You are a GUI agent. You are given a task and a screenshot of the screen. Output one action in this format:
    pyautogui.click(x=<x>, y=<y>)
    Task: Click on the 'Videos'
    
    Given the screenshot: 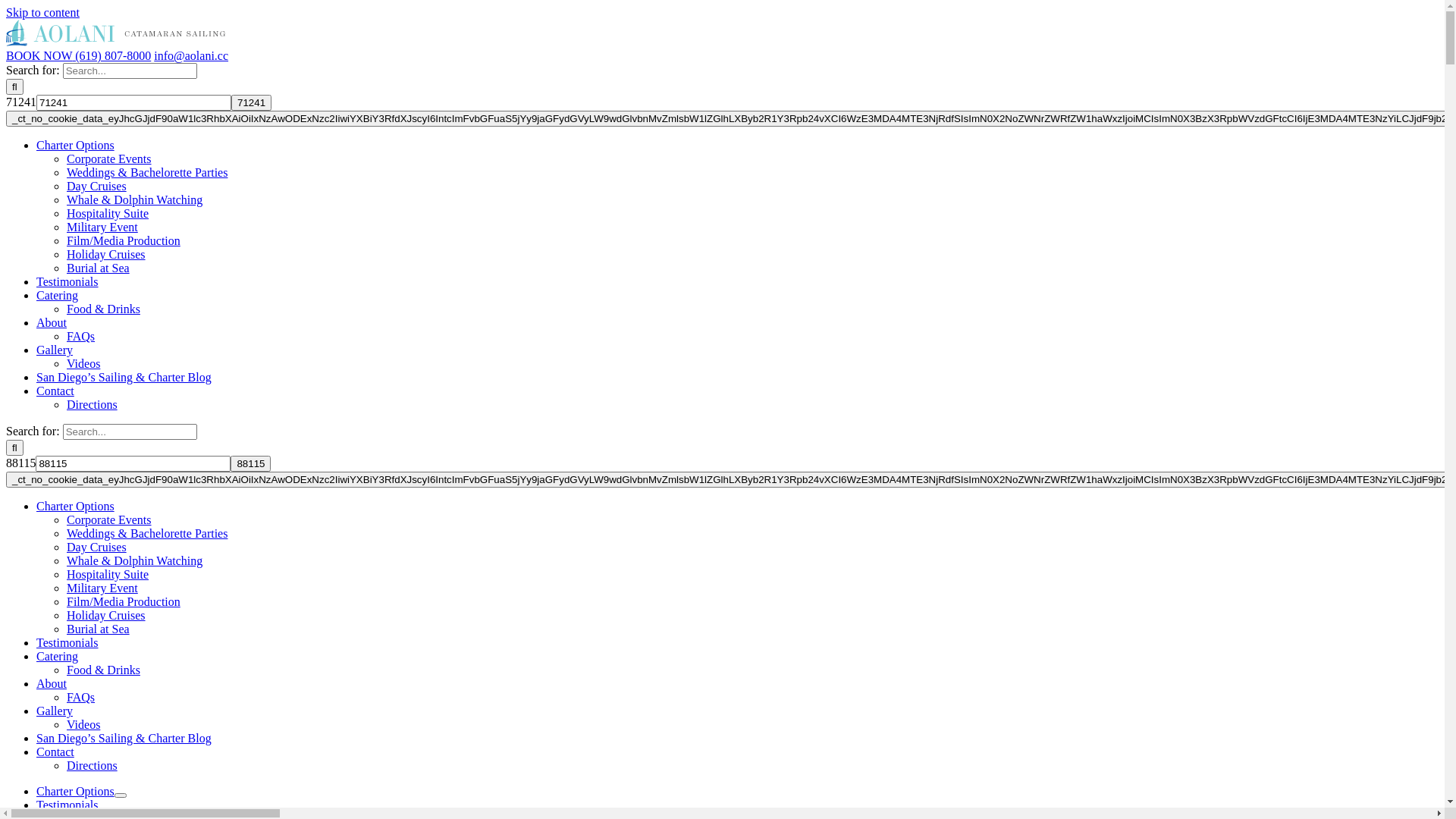 What is the action you would take?
    pyautogui.click(x=65, y=723)
    